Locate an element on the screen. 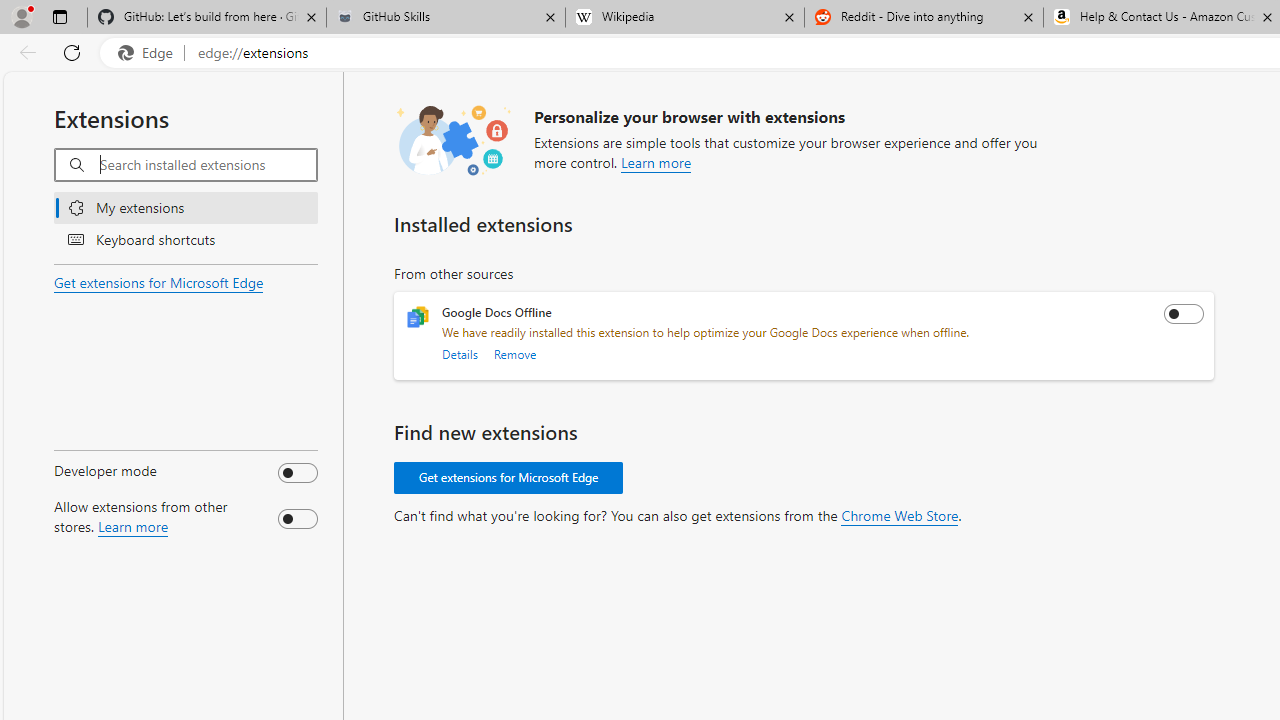 The image size is (1280, 720). 'Chrome Web Store' is located at coordinates (898, 515).